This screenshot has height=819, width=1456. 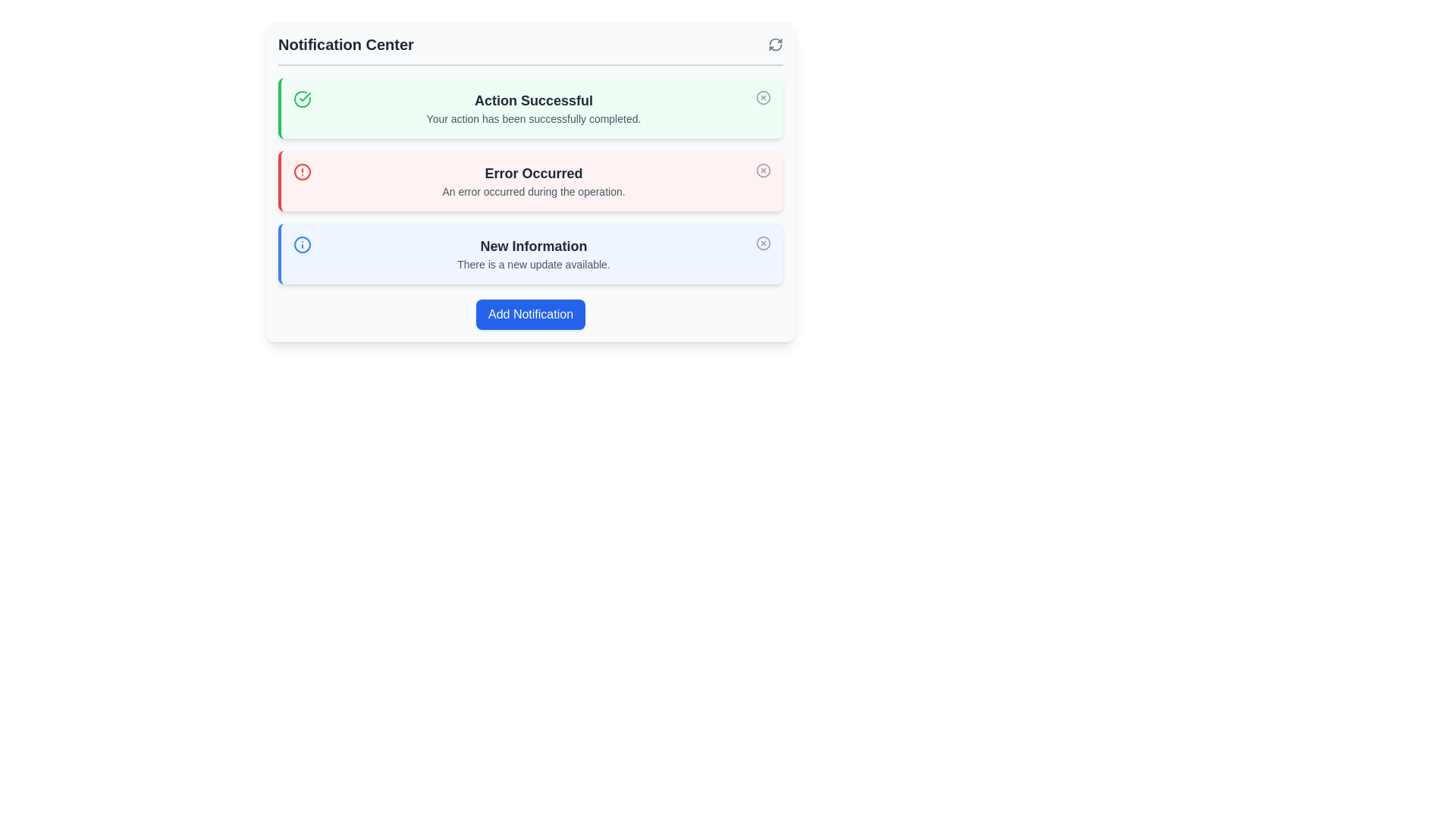 What do you see at coordinates (764, 96) in the screenshot?
I see `the SVG circle element located in the top-right corner of the 'Action Successful' notification card, which serves as a visual marker` at bounding box center [764, 96].